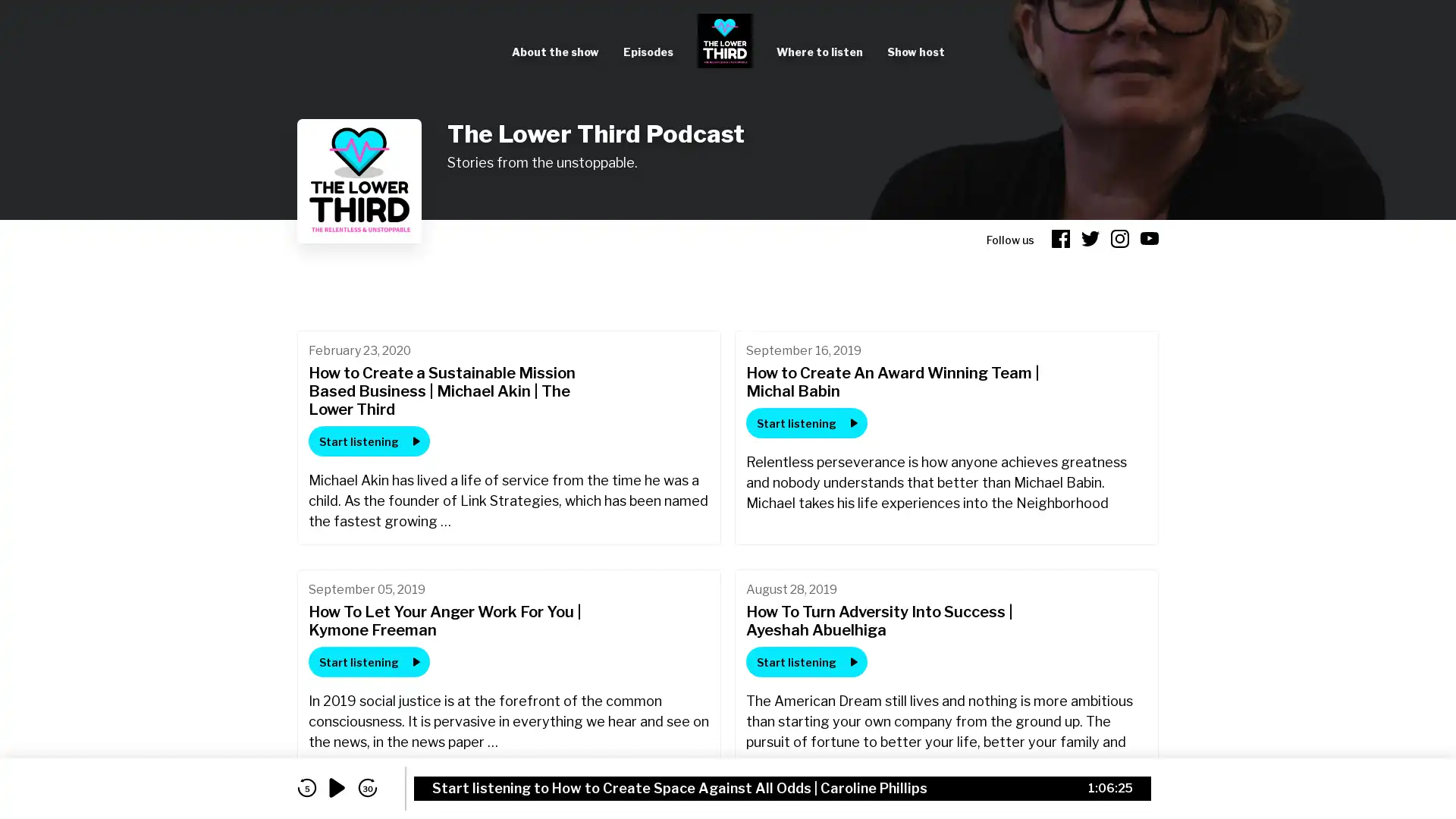 The height and width of the screenshot is (819, 1456). I want to click on play audio, so click(337, 787).